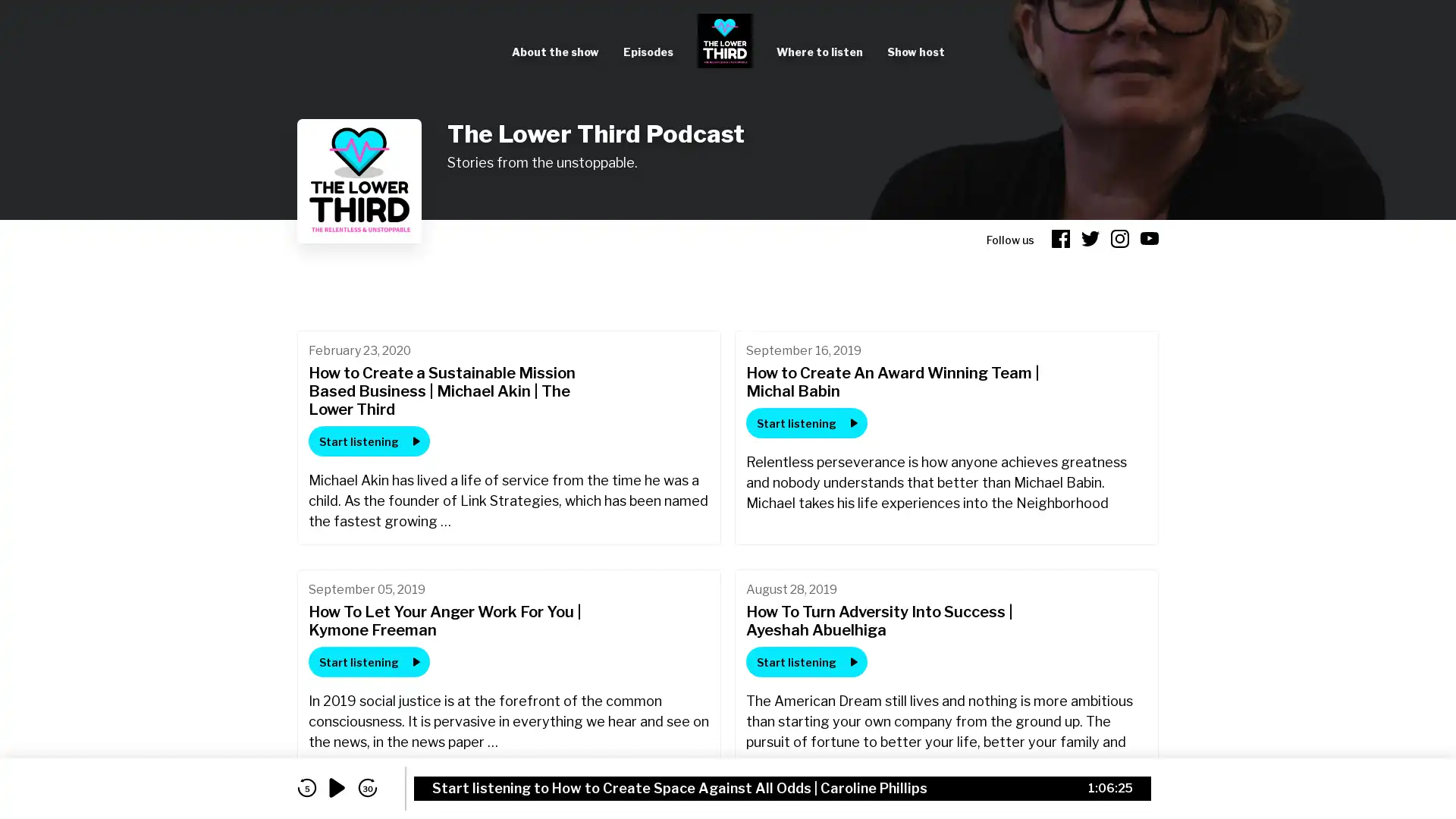 The height and width of the screenshot is (819, 1456). I want to click on play audio, so click(337, 787).